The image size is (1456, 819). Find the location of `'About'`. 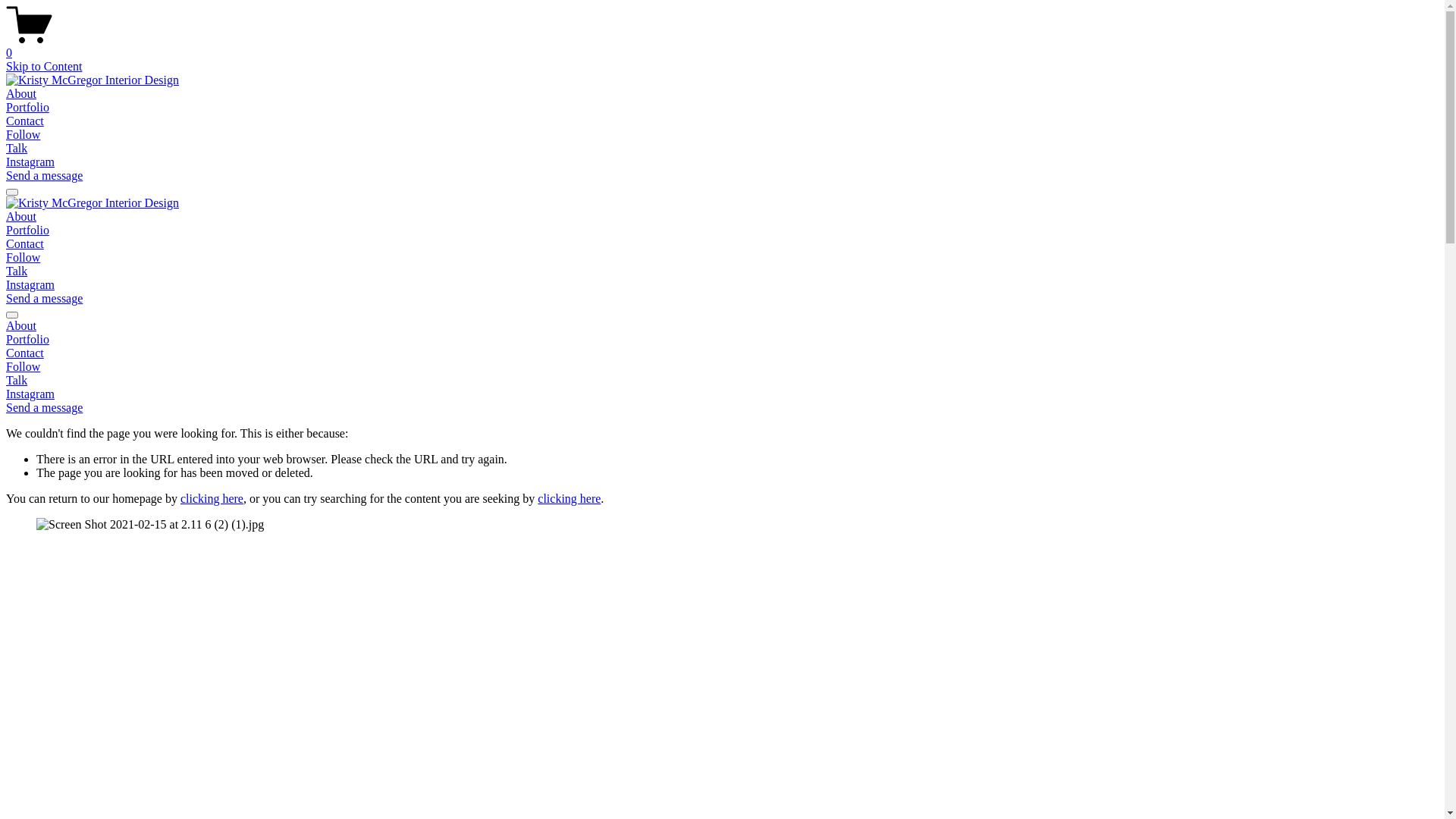

'About' is located at coordinates (721, 325).